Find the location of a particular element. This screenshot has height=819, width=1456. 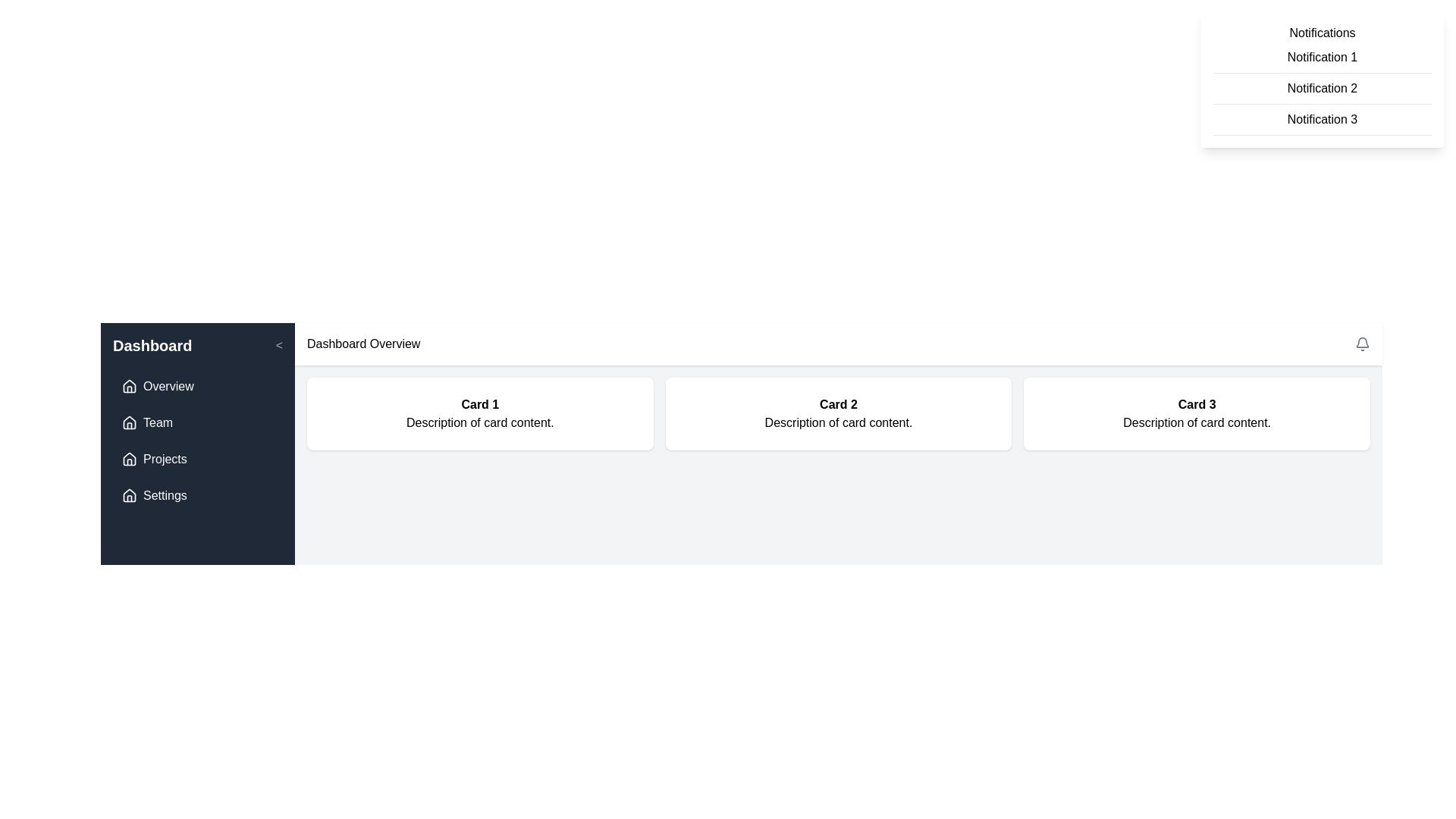

the 'Overview' icon located in the side navigation bar panel on the left side of the interface is located at coordinates (130, 385).